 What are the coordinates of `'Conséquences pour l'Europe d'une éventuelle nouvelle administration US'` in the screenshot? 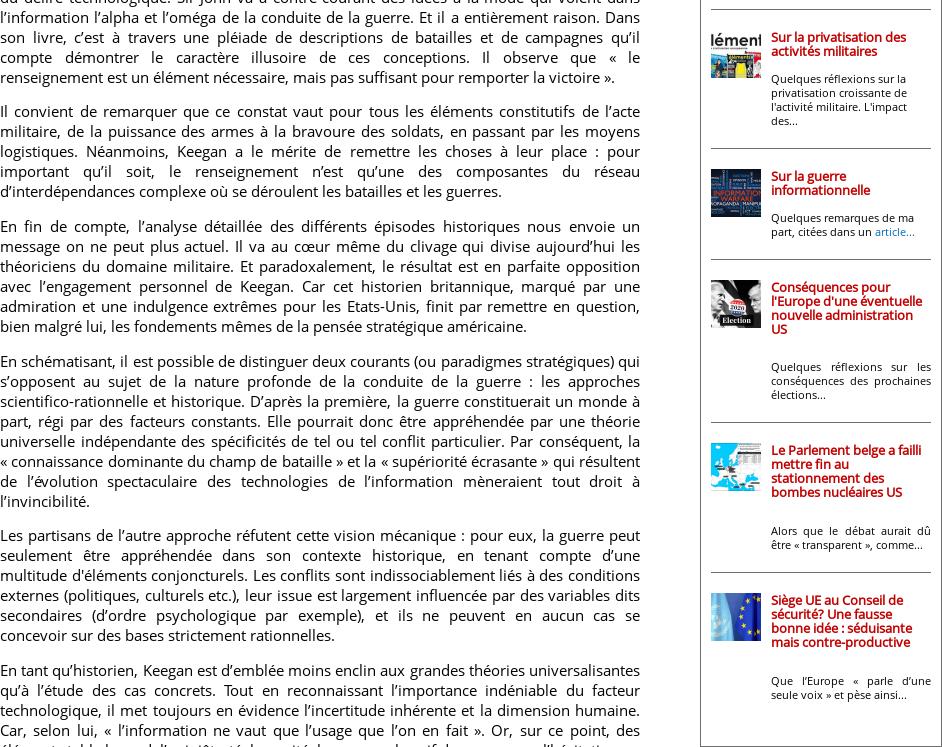 It's located at (771, 306).